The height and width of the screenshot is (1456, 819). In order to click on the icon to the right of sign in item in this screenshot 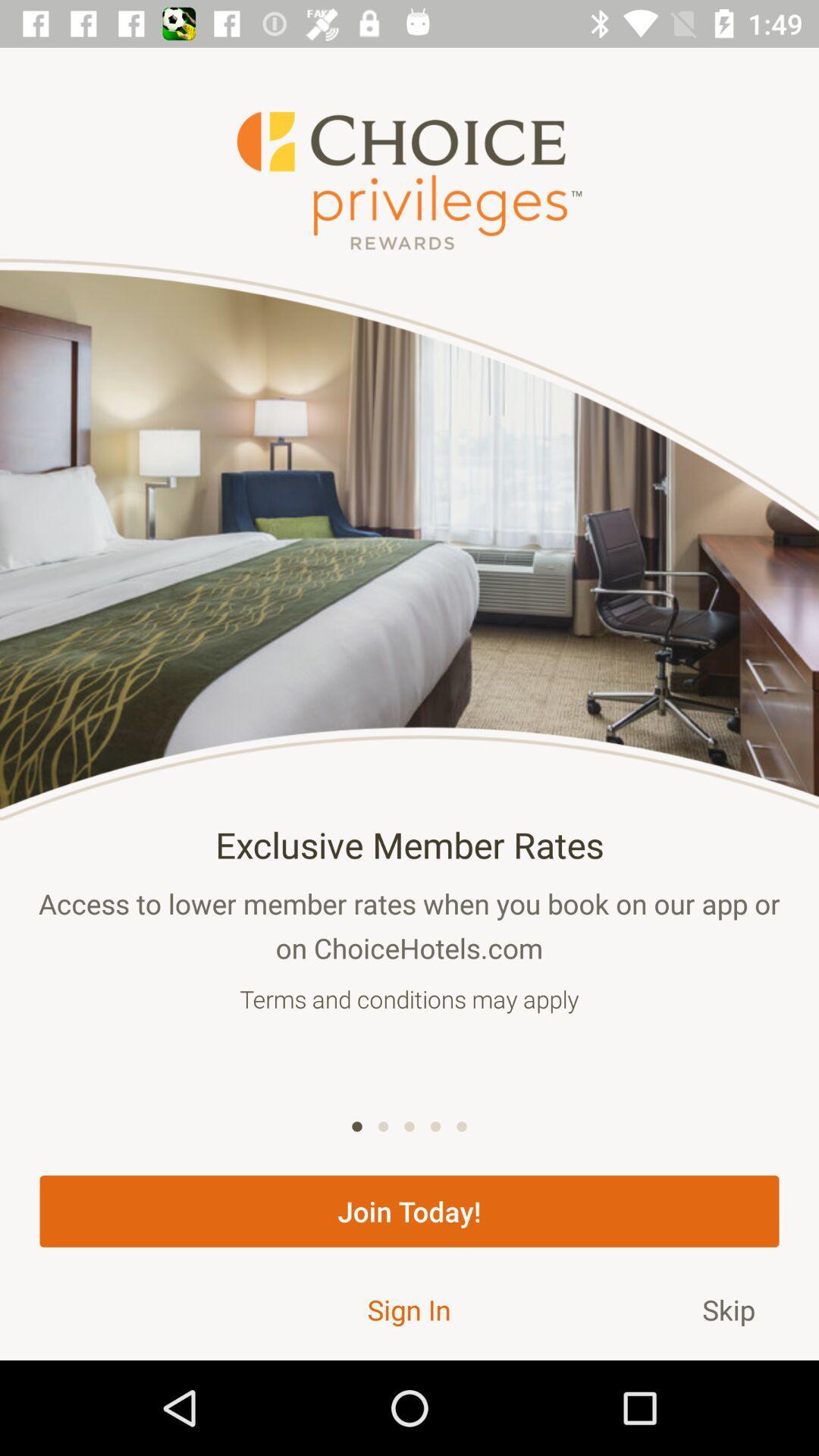, I will do `click(728, 1309)`.